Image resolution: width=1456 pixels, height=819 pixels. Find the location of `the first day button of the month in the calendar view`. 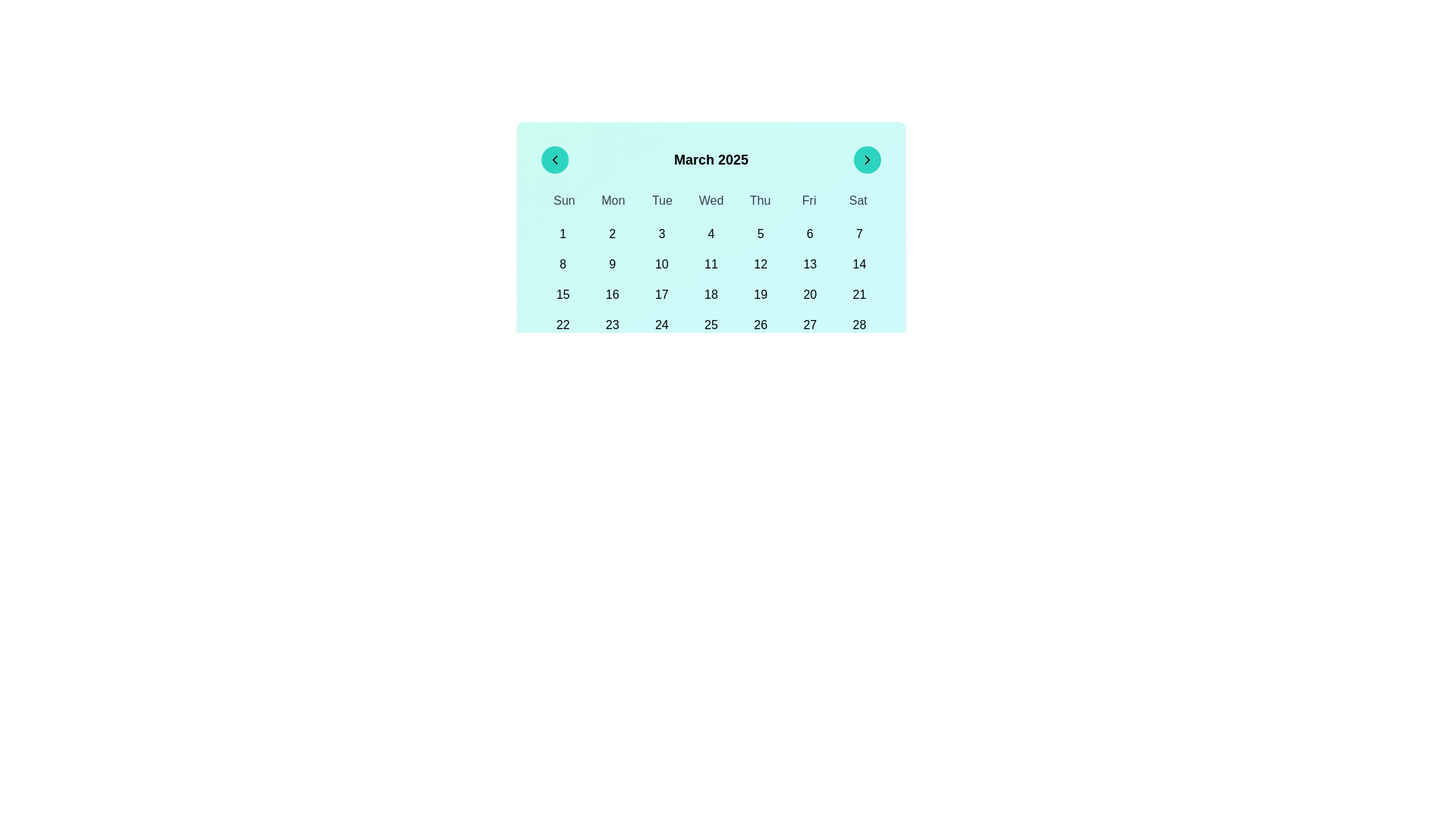

the first day button of the month in the calendar view is located at coordinates (562, 234).